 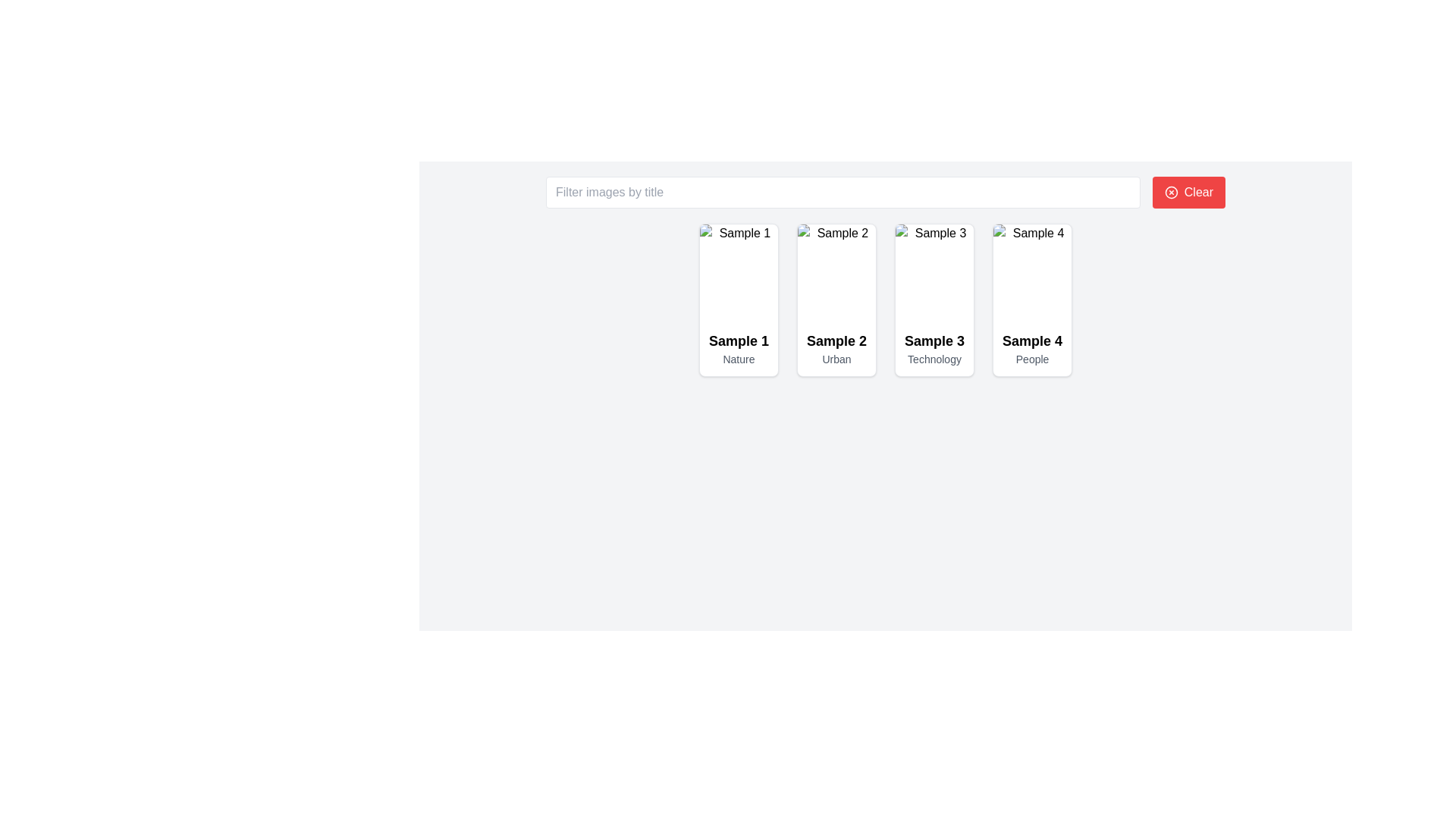 What do you see at coordinates (934, 359) in the screenshot?
I see `static text label that reads 'Technology', which is styled in small gray font and positioned below the larger bold text 'Sample 3'` at bounding box center [934, 359].